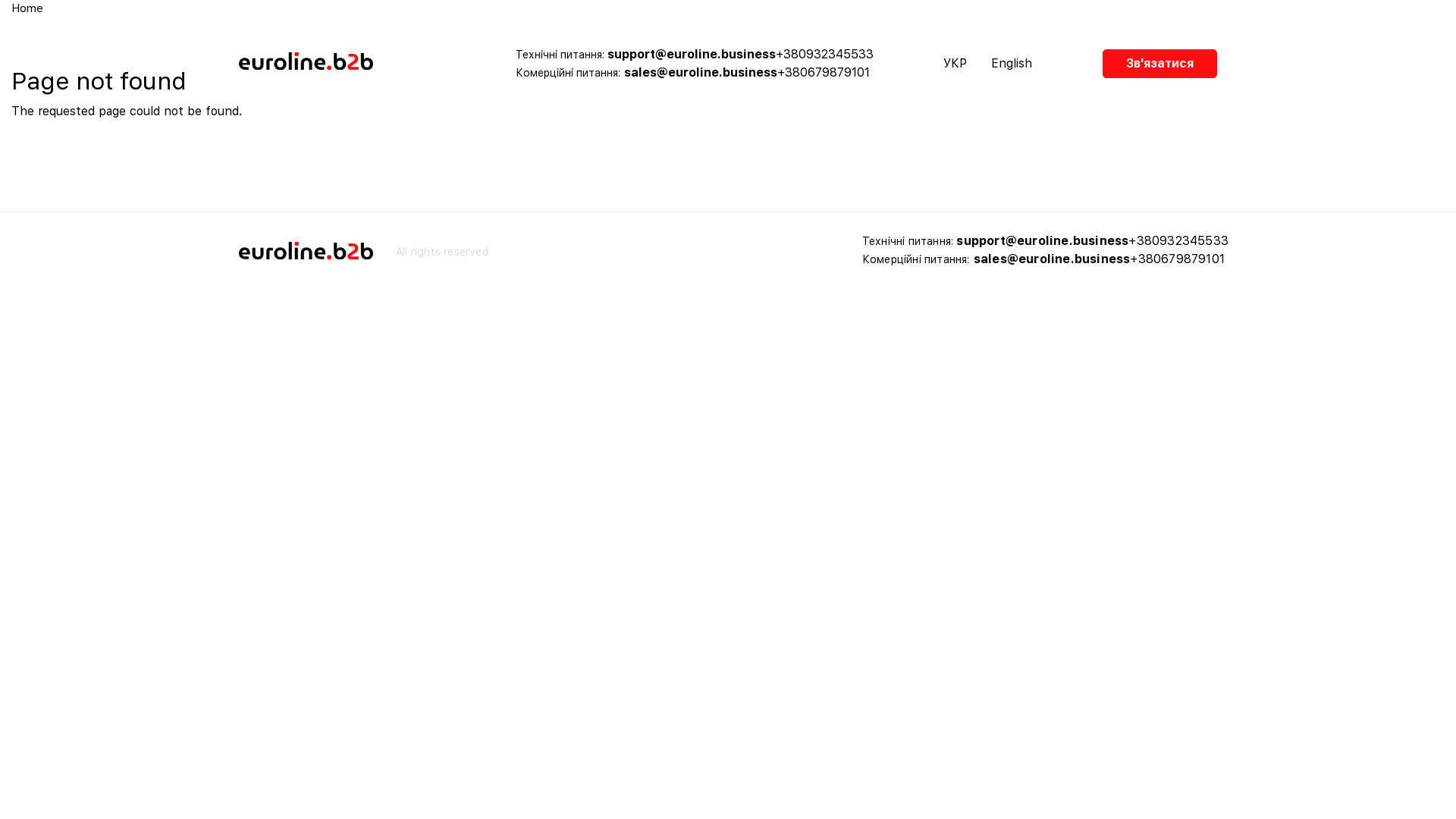  I want to click on 'sales@euroline.business', so click(1051, 258).